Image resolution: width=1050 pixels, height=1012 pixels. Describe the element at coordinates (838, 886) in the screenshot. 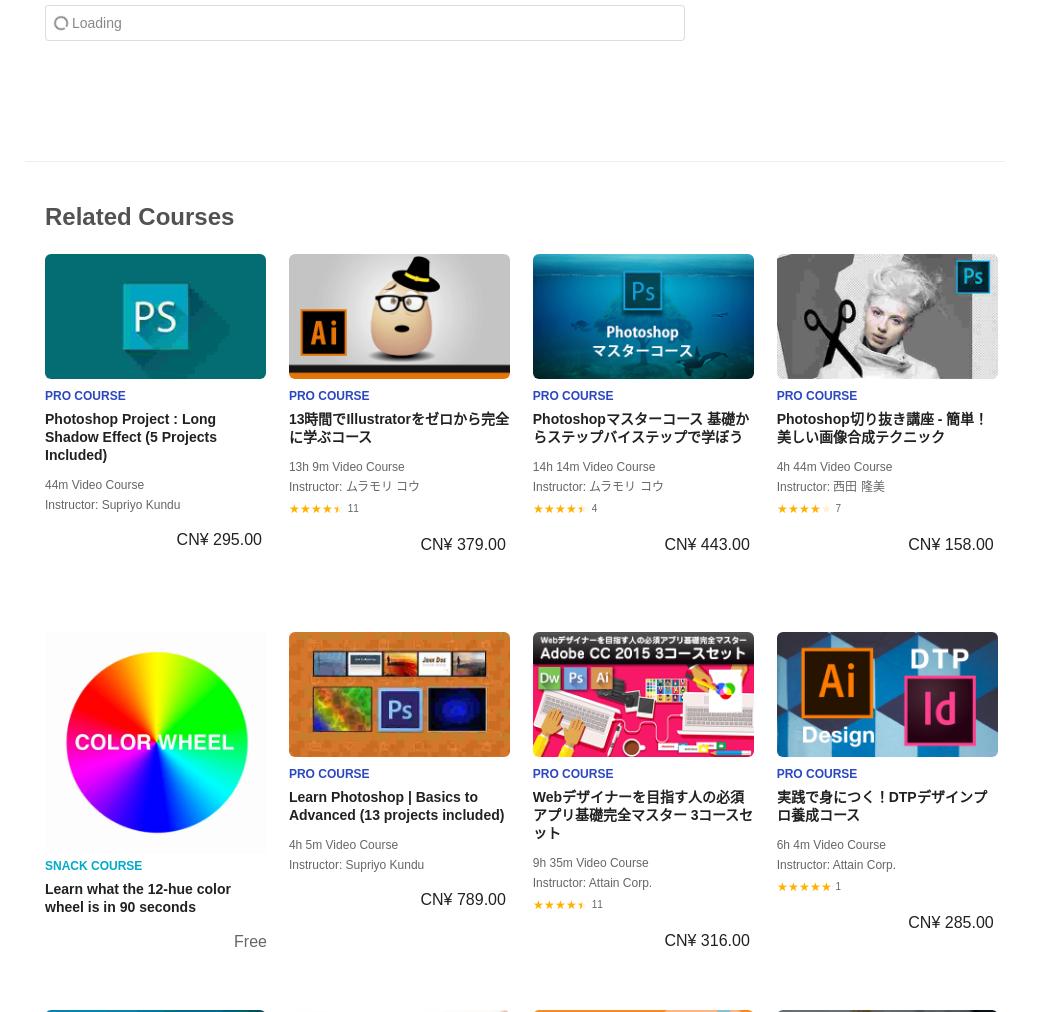

I see `'1'` at that location.